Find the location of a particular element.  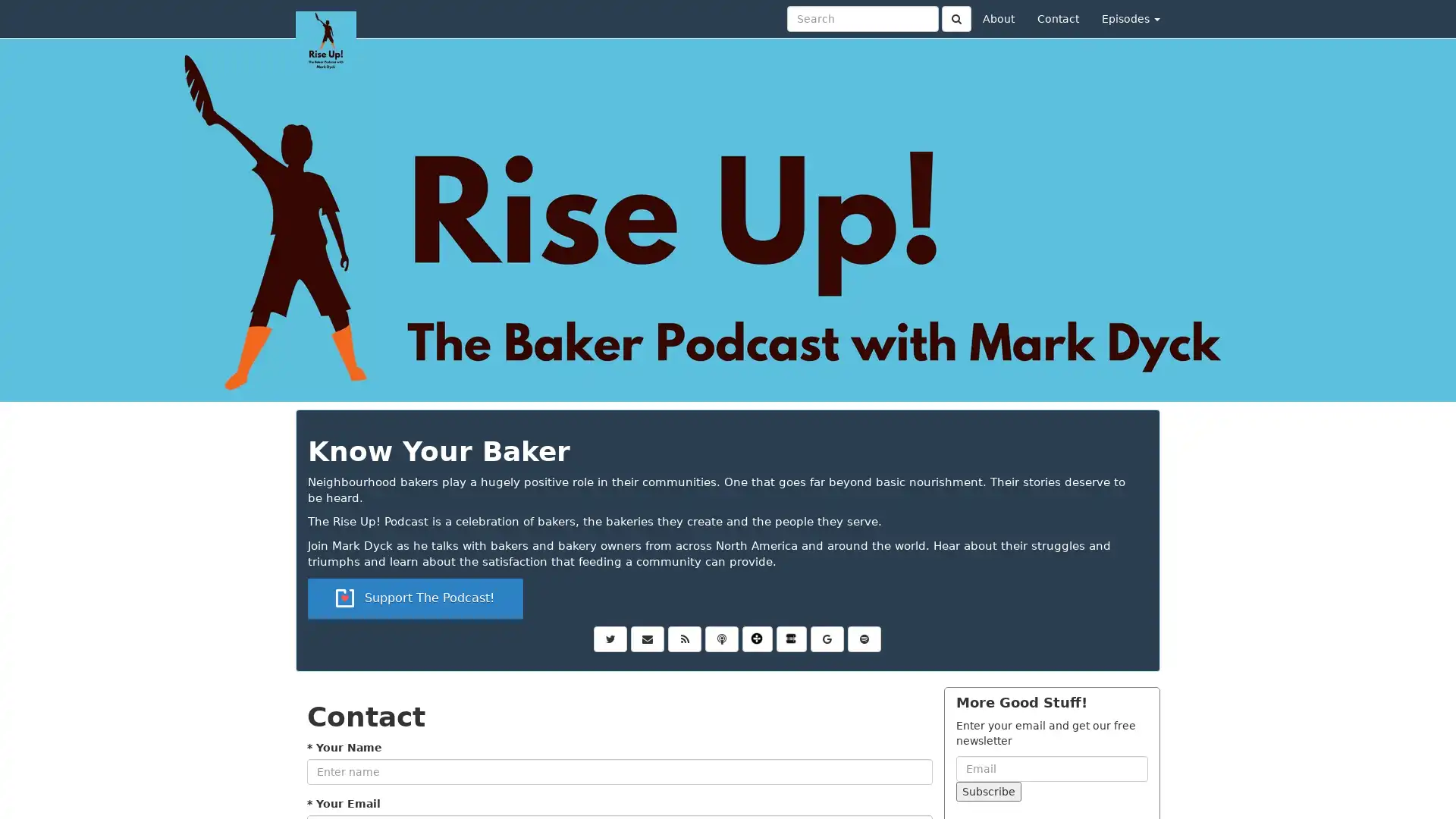

Click to submit search is located at coordinates (955, 18).